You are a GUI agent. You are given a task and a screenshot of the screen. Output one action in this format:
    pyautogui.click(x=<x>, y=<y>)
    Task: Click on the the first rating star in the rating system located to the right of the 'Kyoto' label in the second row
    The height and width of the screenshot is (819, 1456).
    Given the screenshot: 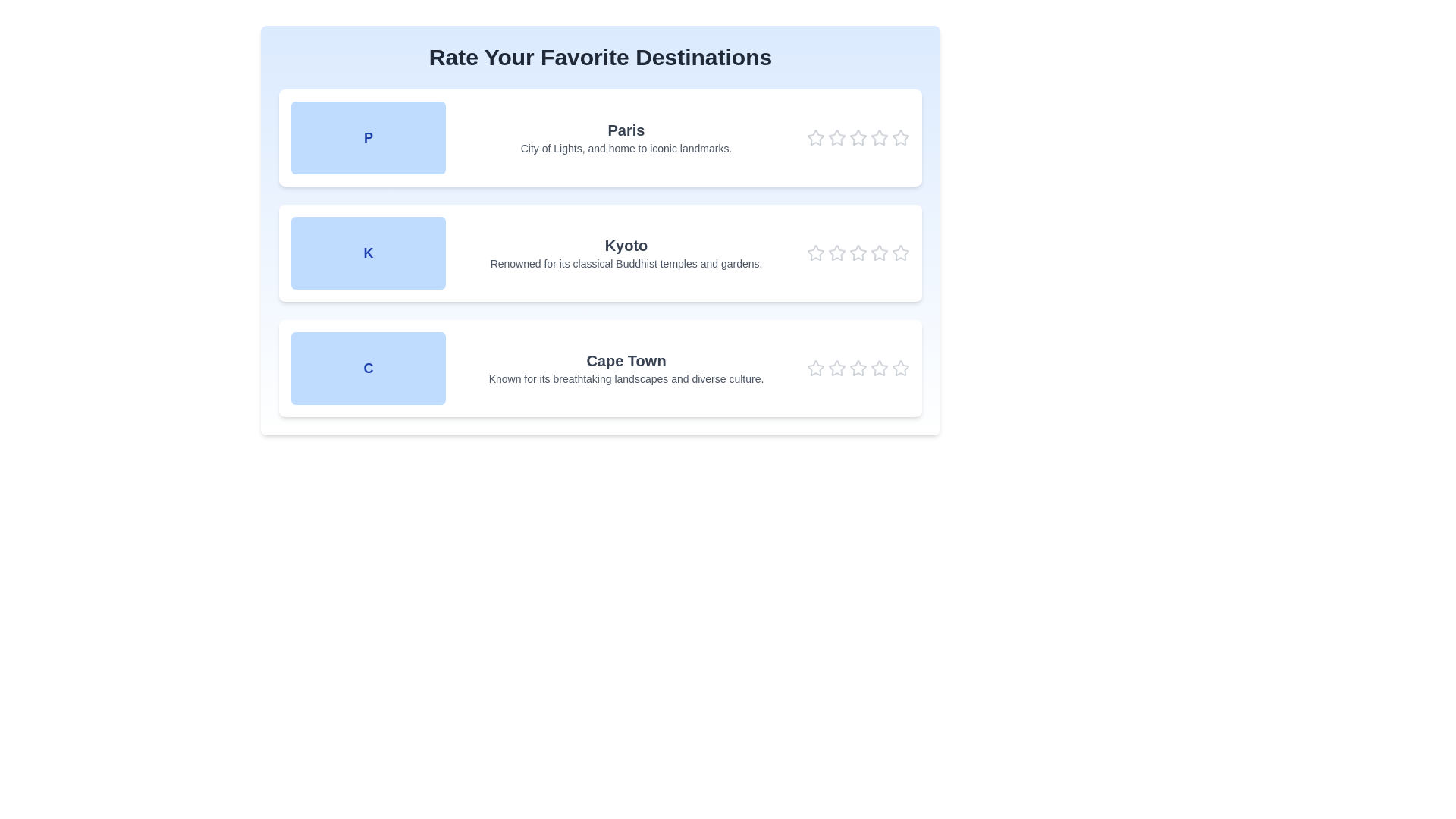 What is the action you would take?
    pyautogui.click(x=814, y=253)
    